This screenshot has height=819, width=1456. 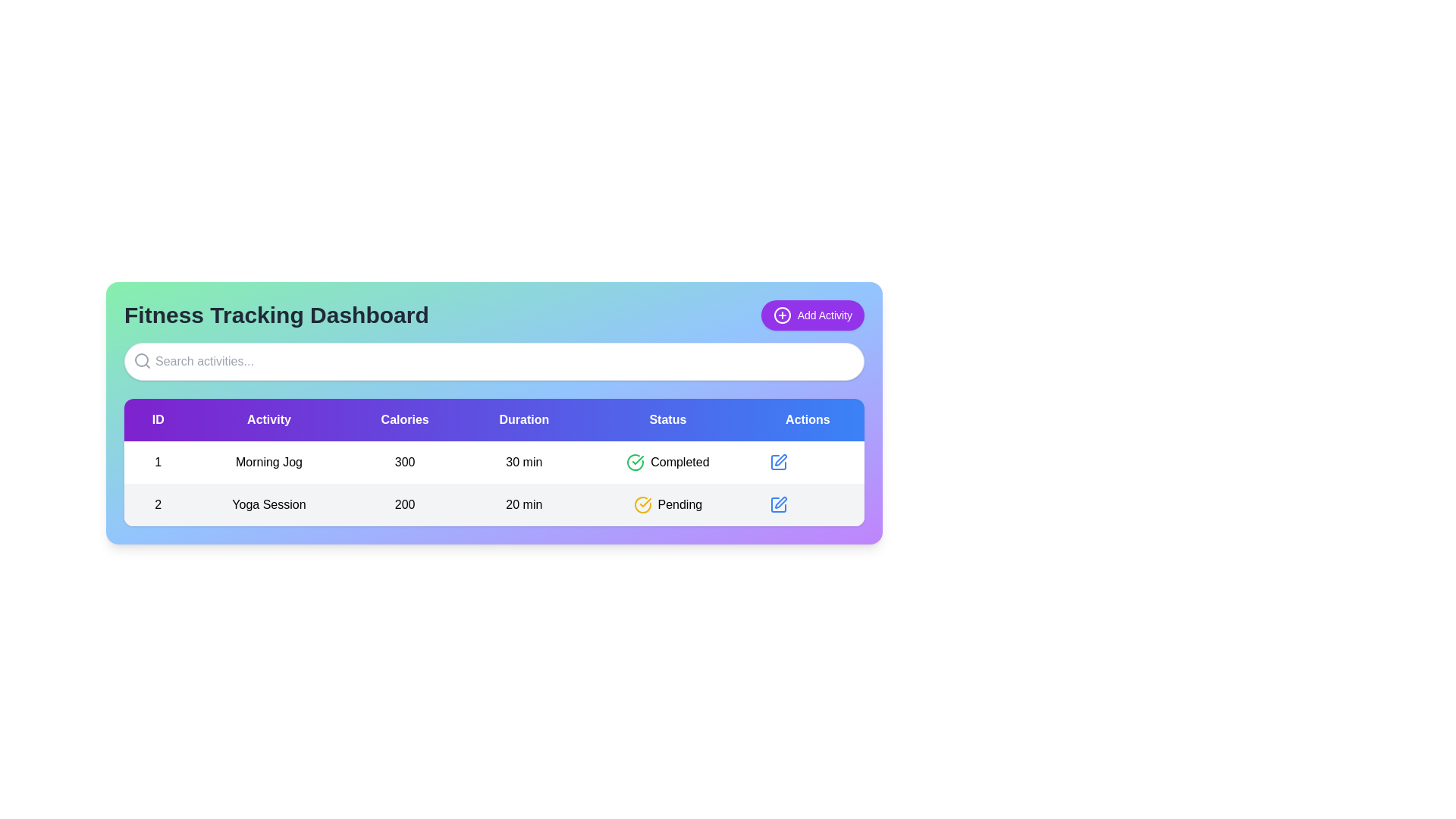 I want to click on the static text label displaying 'Yoga Session' located in the second row under the 'Activity' column of the table, so click(x=269, y=505).